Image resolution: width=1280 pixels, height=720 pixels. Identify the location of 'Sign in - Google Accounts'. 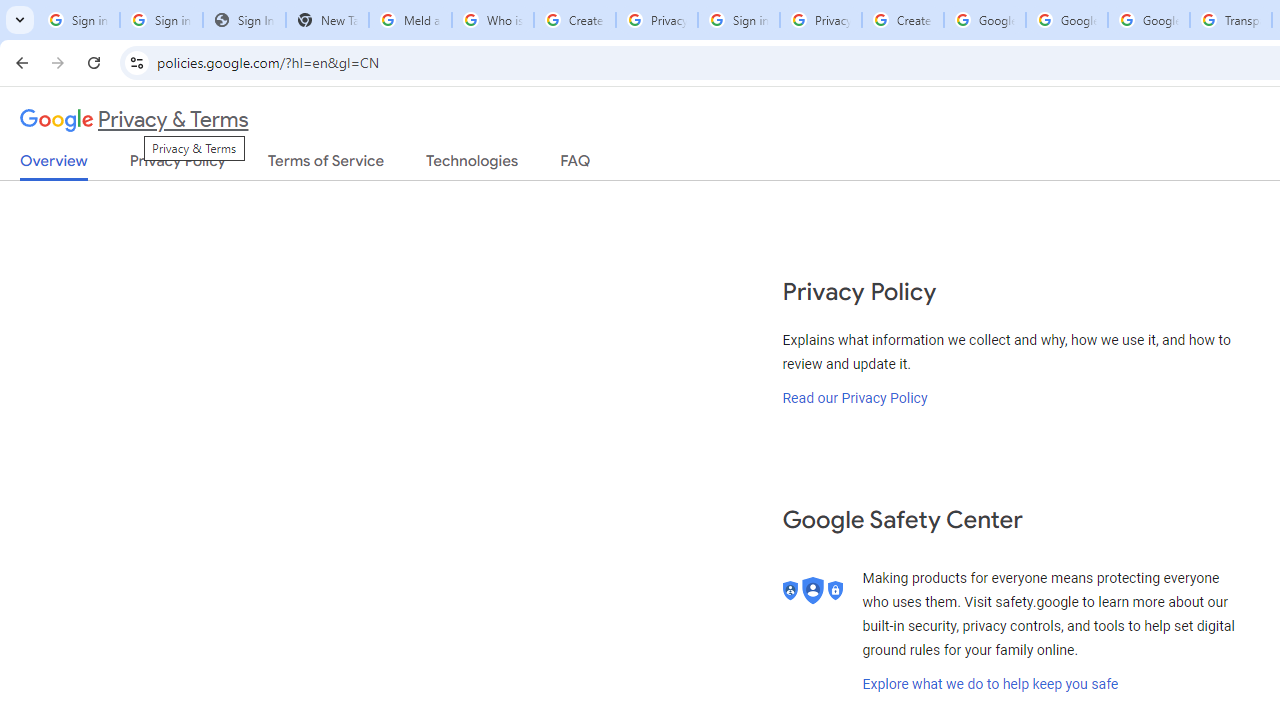
(737, 20).